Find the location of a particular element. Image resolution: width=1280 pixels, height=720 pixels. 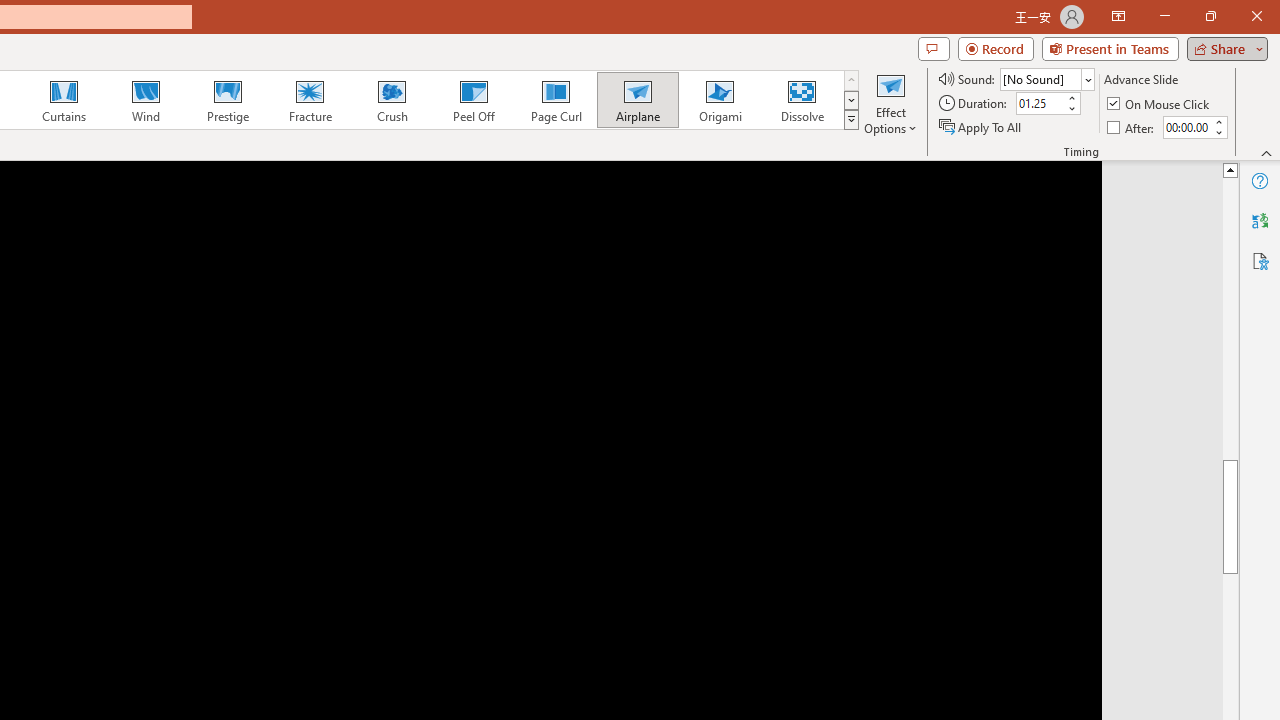

'Crush' is located at coordinates (391, 100).